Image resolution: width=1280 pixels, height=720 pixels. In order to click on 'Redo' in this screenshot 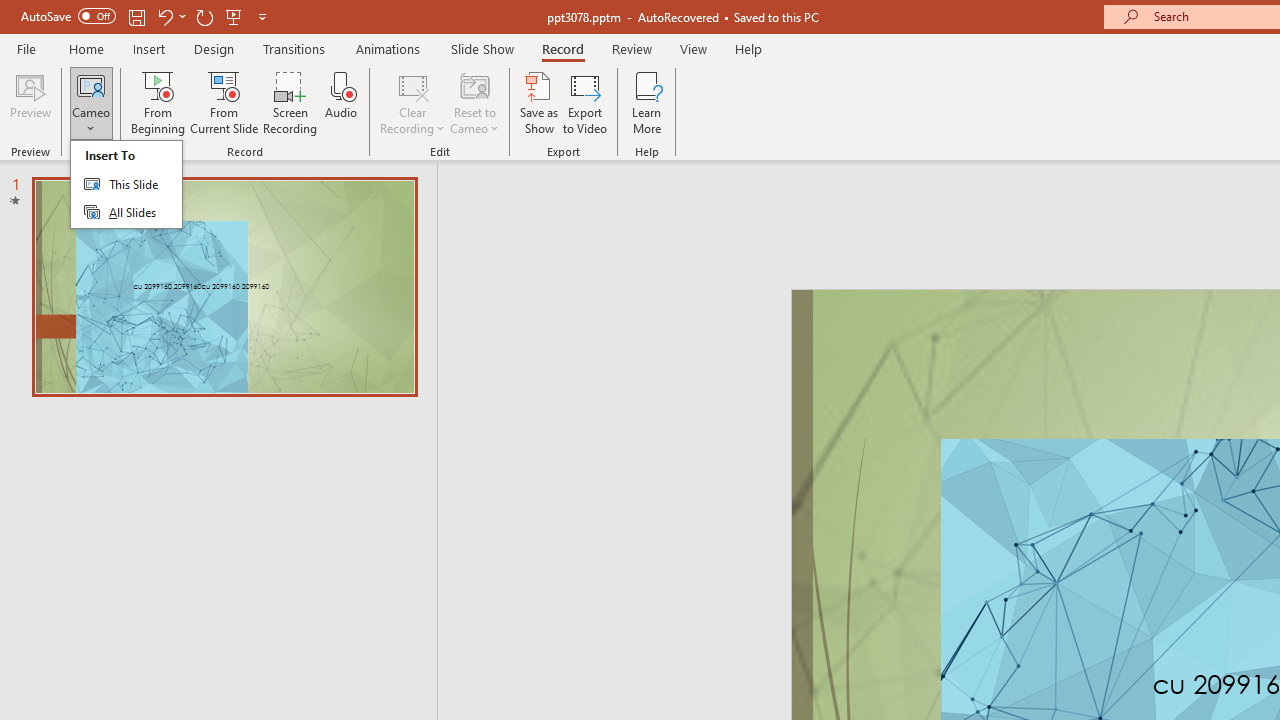, I will do `click(204, 16)`.